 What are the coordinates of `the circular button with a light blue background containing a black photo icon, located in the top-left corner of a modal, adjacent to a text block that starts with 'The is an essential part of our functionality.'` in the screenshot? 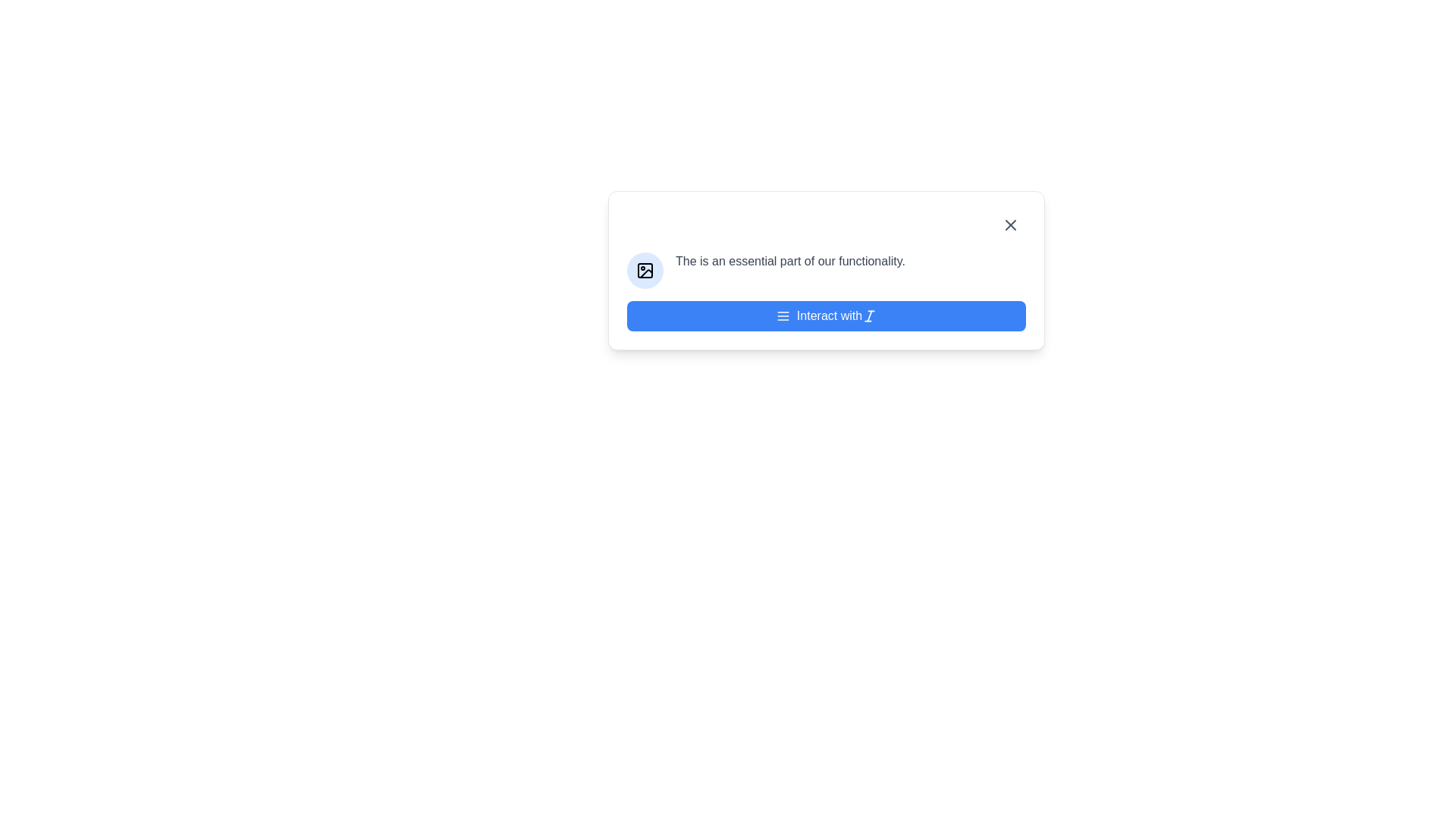 It's located at (645, 270).